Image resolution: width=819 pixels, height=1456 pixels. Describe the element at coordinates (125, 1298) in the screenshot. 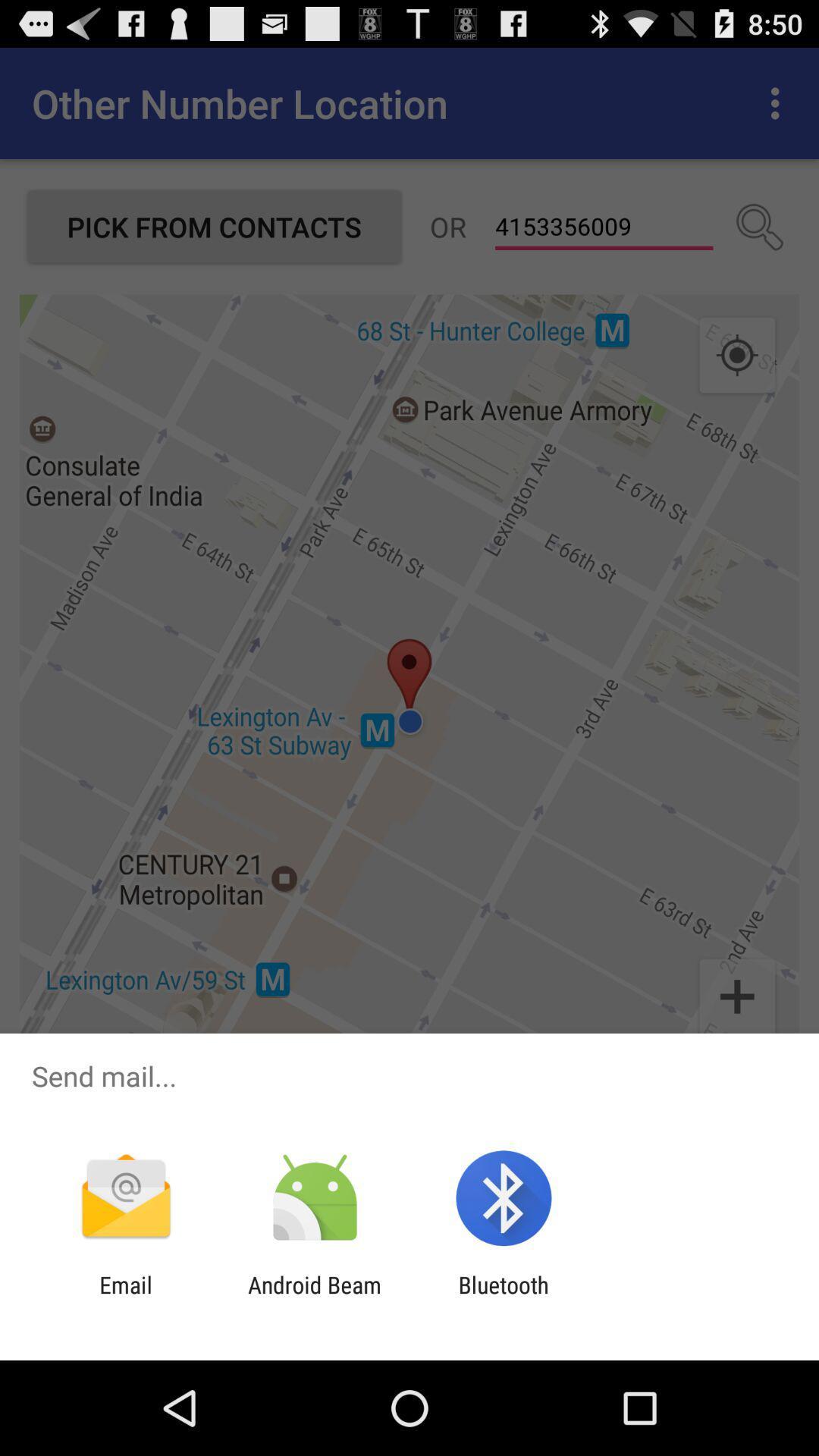

I see `icon next to android beam icon` at that location.